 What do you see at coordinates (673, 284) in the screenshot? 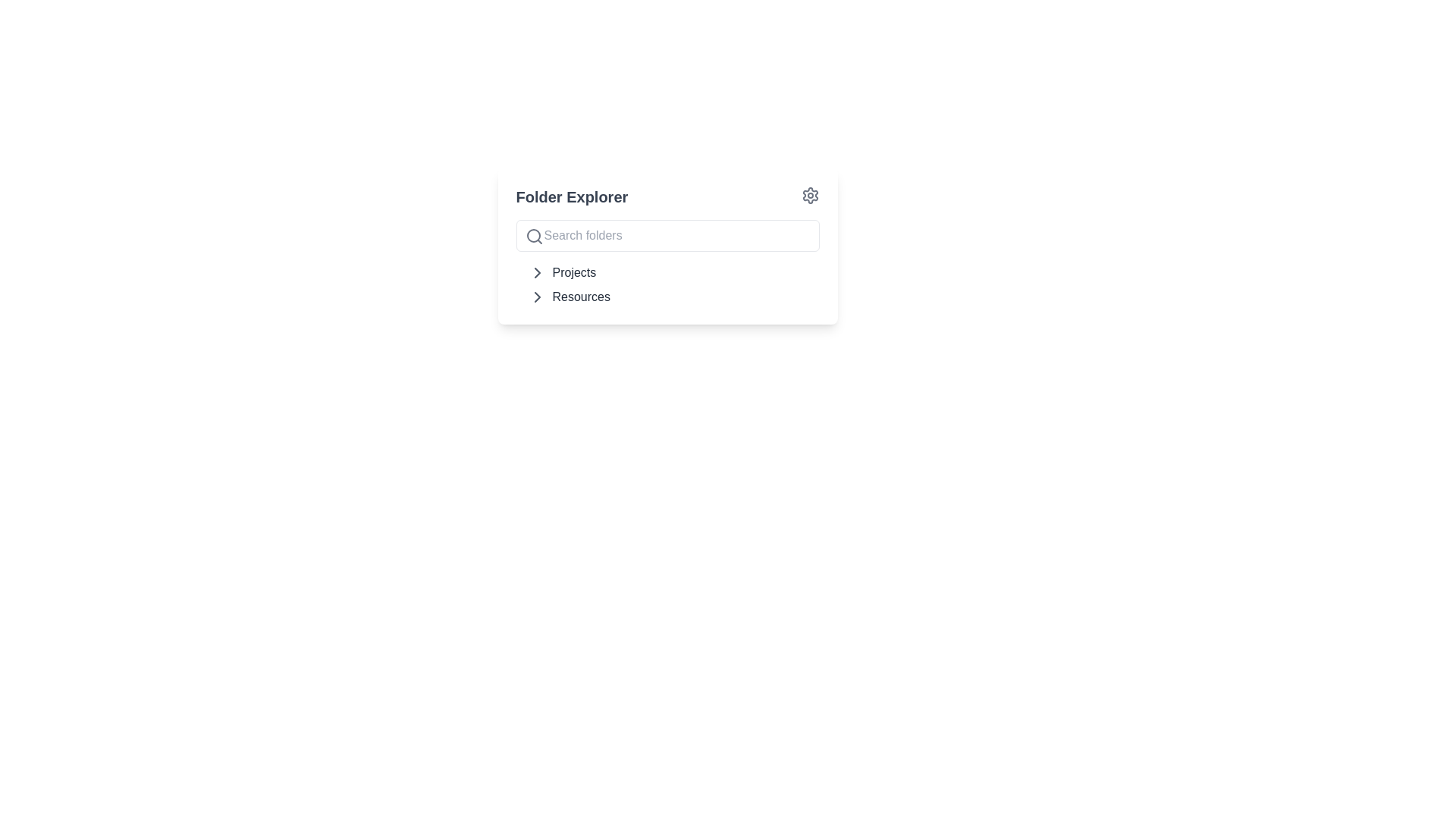
I see `the 'Projects' and 'Resources' expandable list section located within the 'Folder Explorer' component to view the context menu` at bounding box center [673, 284].